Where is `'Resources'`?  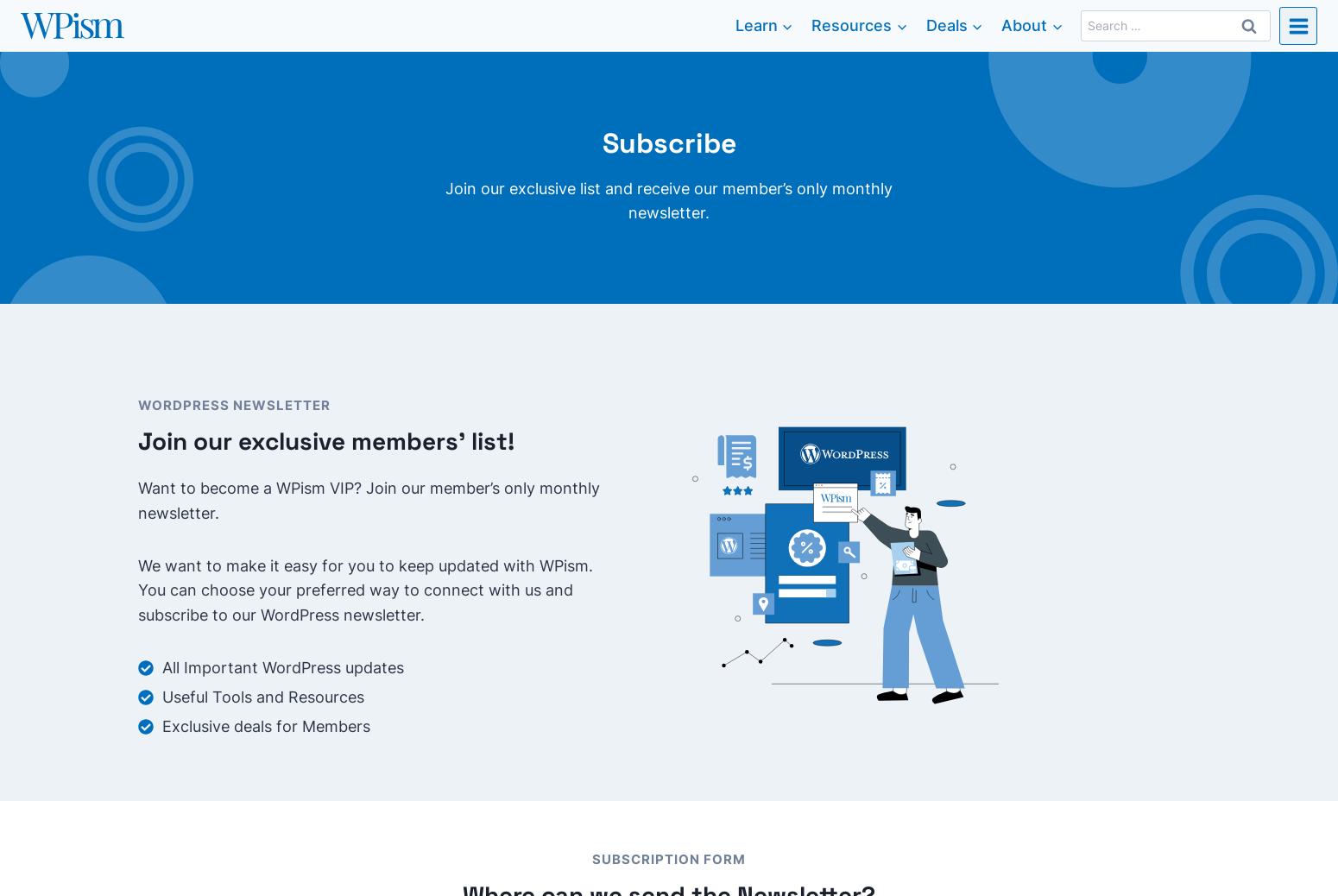
'Resources' is located at coordinates (811, 23).